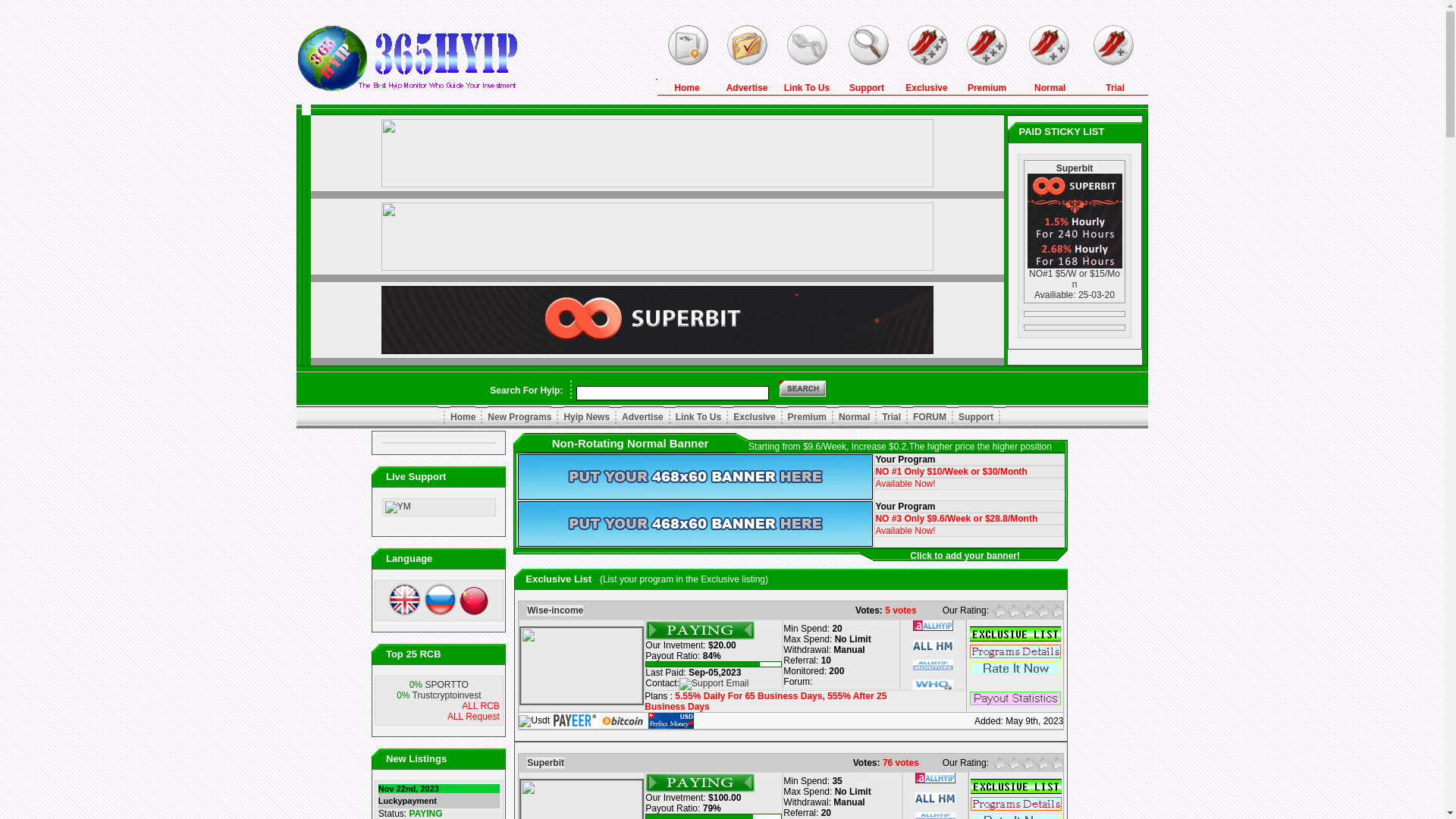  I want to click on 'Usdt', so click(534, 719).